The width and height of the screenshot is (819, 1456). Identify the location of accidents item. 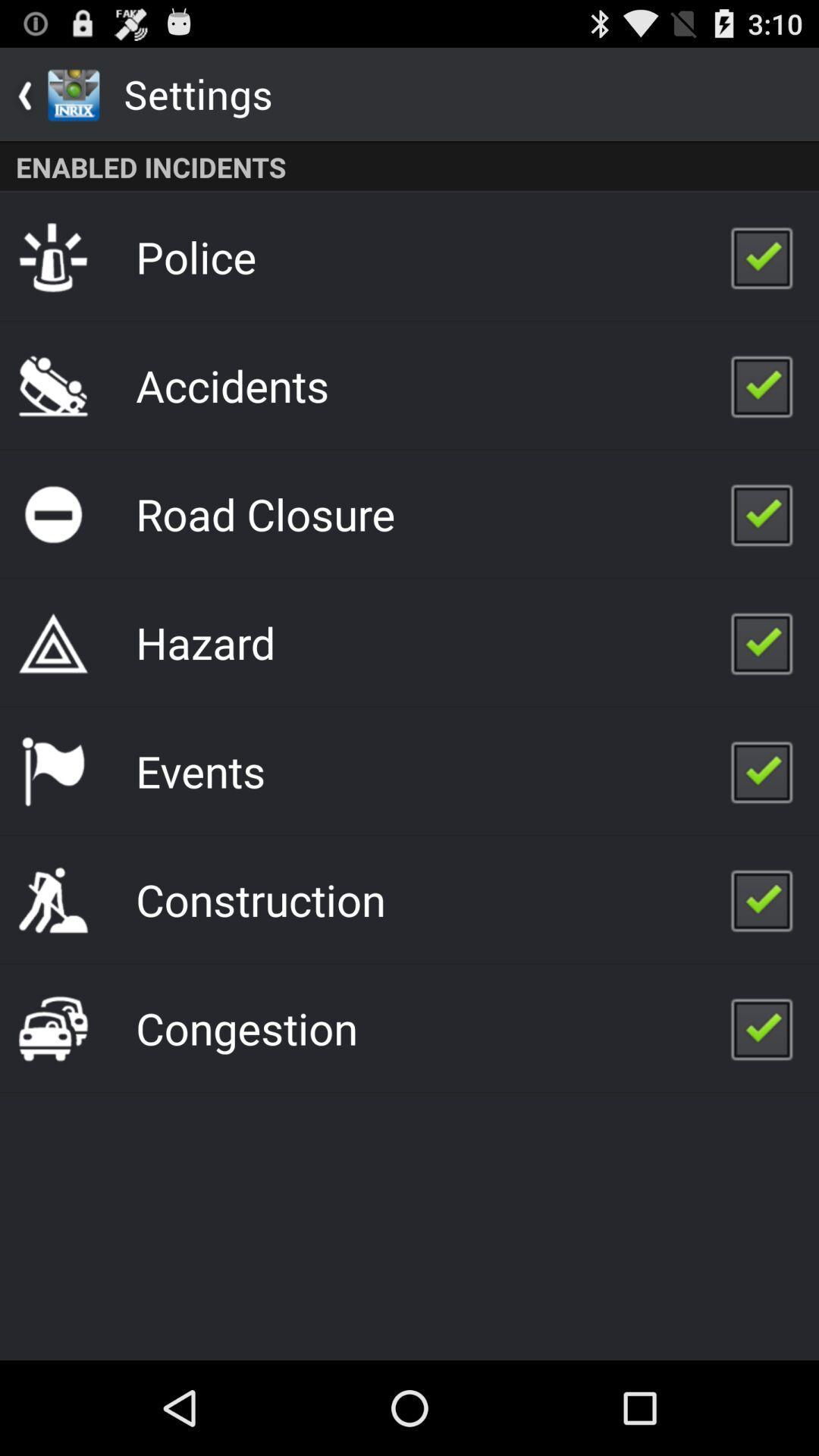
(232, 385).